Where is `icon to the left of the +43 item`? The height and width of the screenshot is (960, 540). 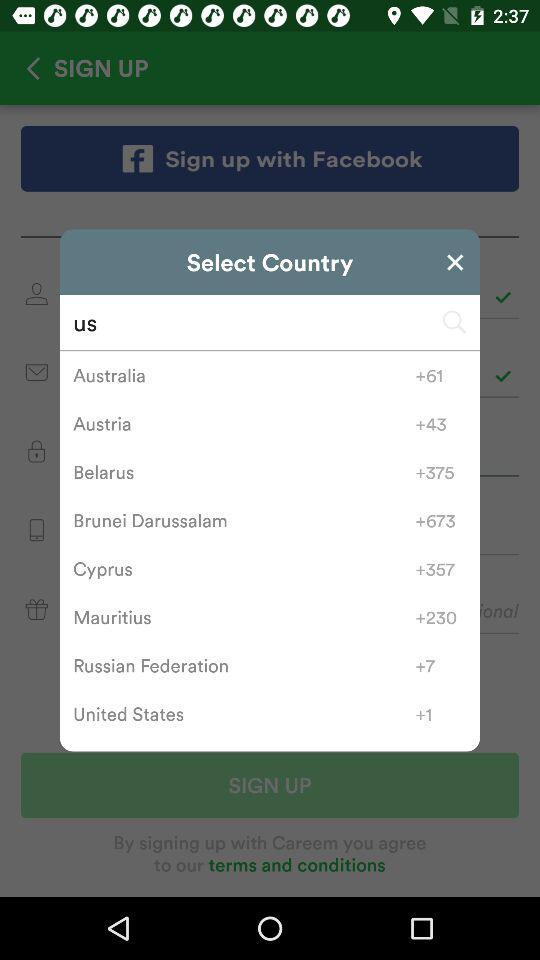 icon to the left of the +43 item is located at coordinates (244, 423).